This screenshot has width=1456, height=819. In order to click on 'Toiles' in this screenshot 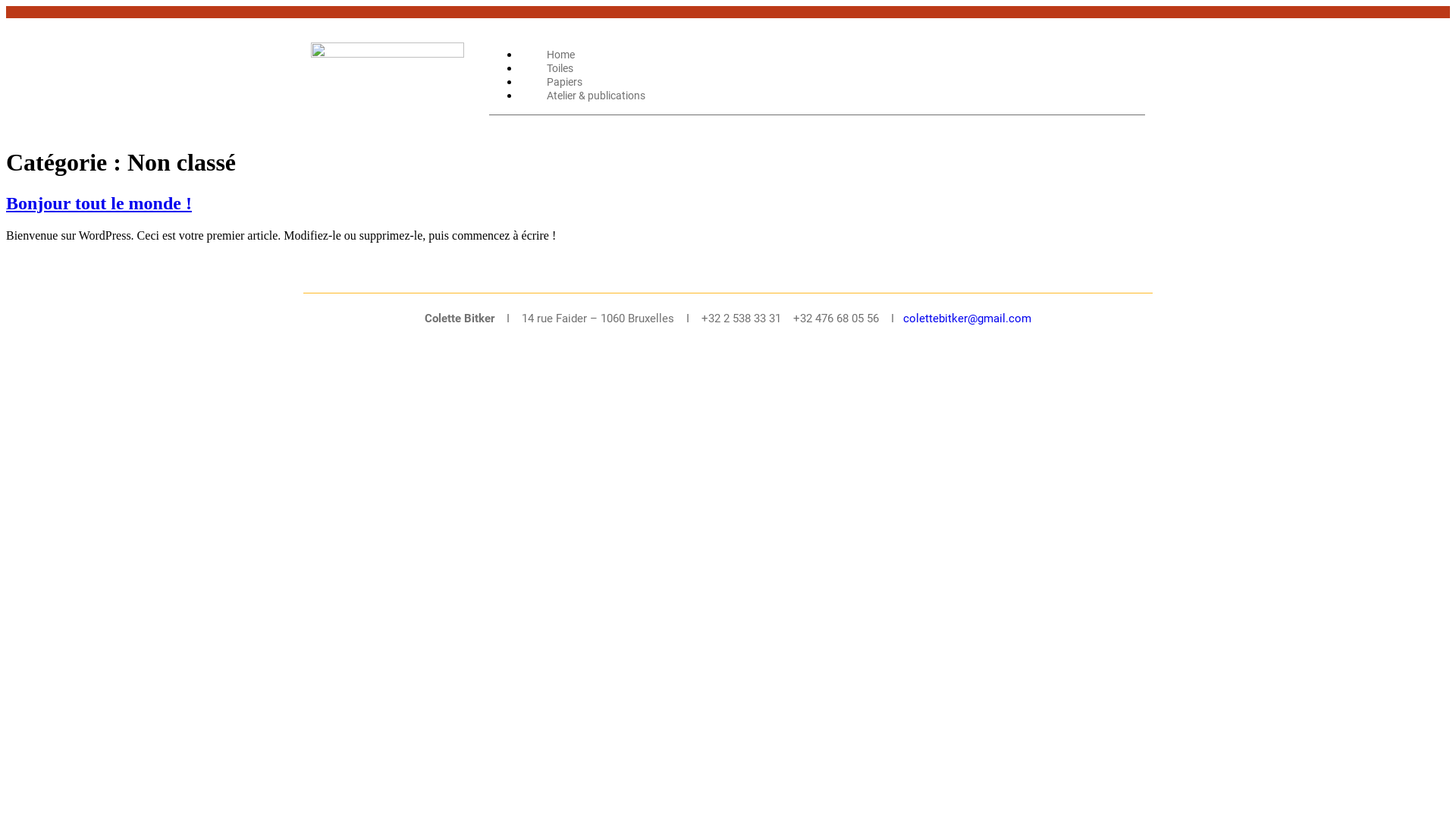, I will do `click(519, 67)`.